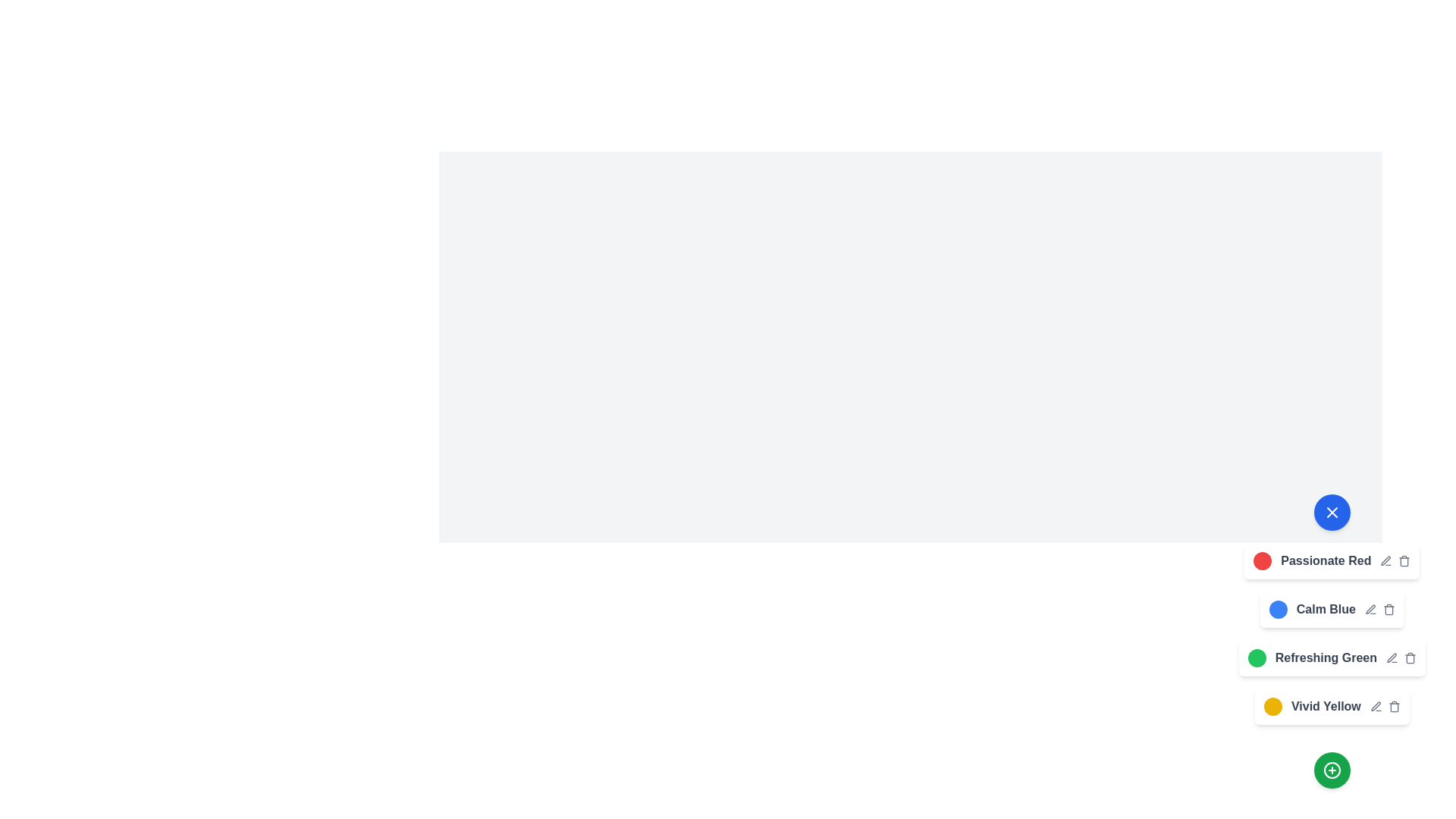 Image resolution: width=1456 pixels, height=819 pixels. I want to click on the button with the 'X' icon to toggle the menu visibility, so click(1331, 512).